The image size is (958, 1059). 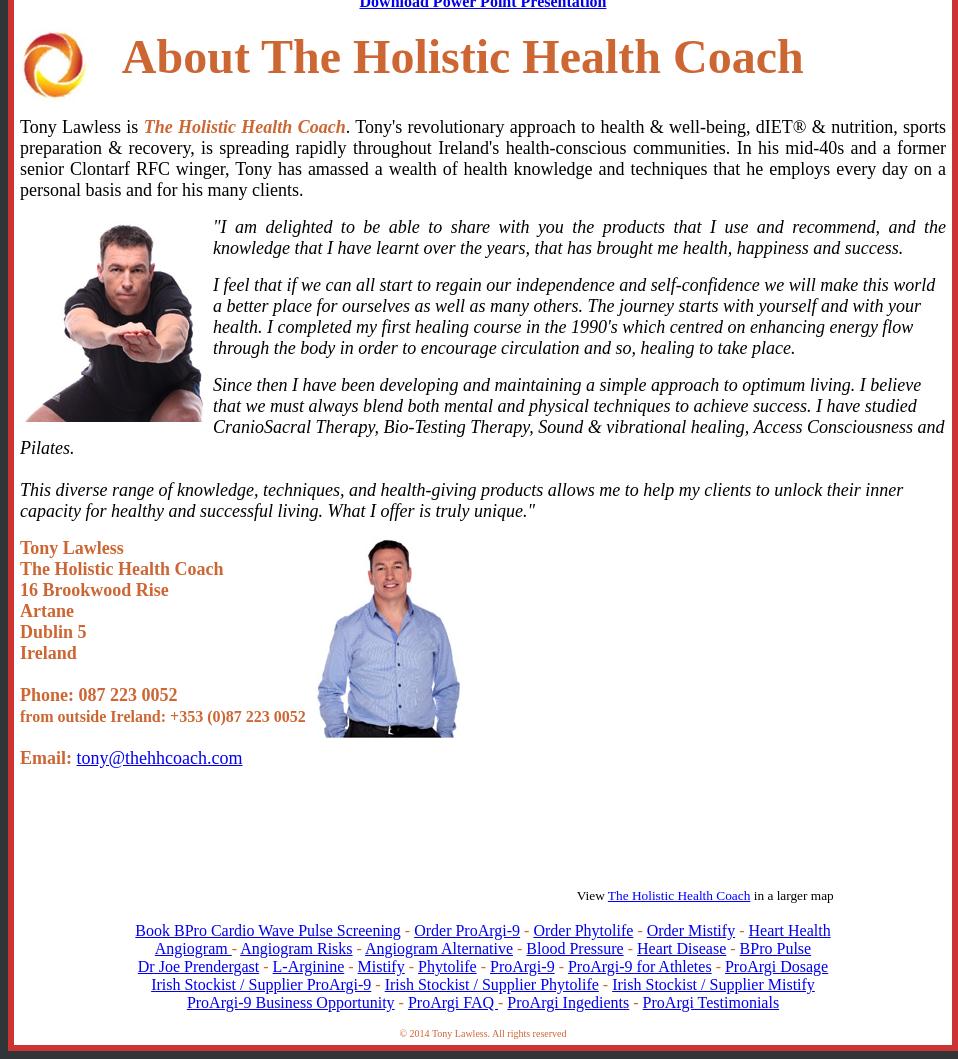 I want to click on 'from outside Ireland: +353 (0)87', so click(x=132, y=715).